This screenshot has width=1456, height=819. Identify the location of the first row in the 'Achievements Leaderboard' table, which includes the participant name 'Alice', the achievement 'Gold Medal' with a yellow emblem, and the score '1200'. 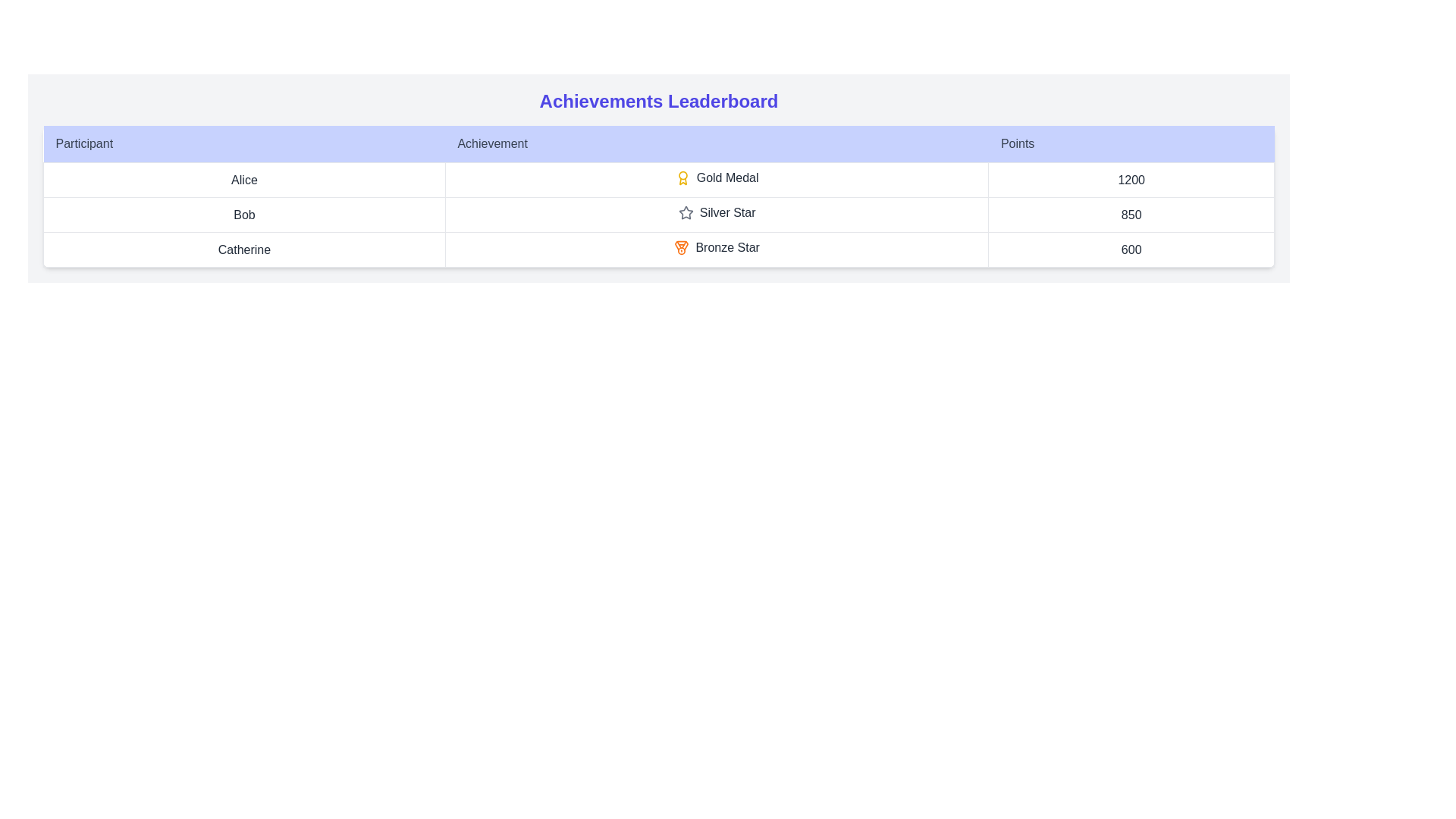
(658, 179).